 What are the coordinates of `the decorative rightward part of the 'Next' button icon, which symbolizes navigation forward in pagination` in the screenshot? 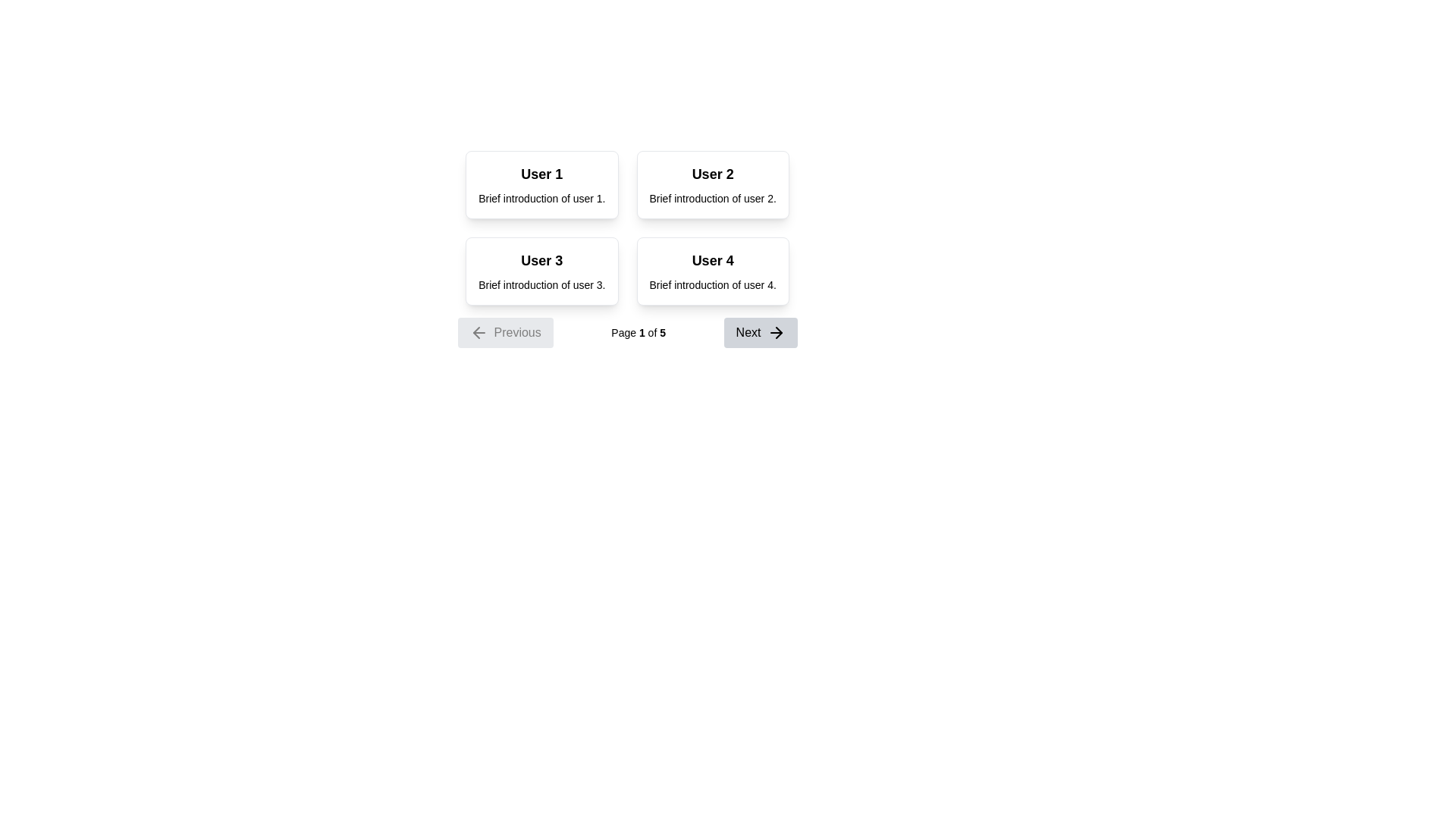 It's located at (779, 332).